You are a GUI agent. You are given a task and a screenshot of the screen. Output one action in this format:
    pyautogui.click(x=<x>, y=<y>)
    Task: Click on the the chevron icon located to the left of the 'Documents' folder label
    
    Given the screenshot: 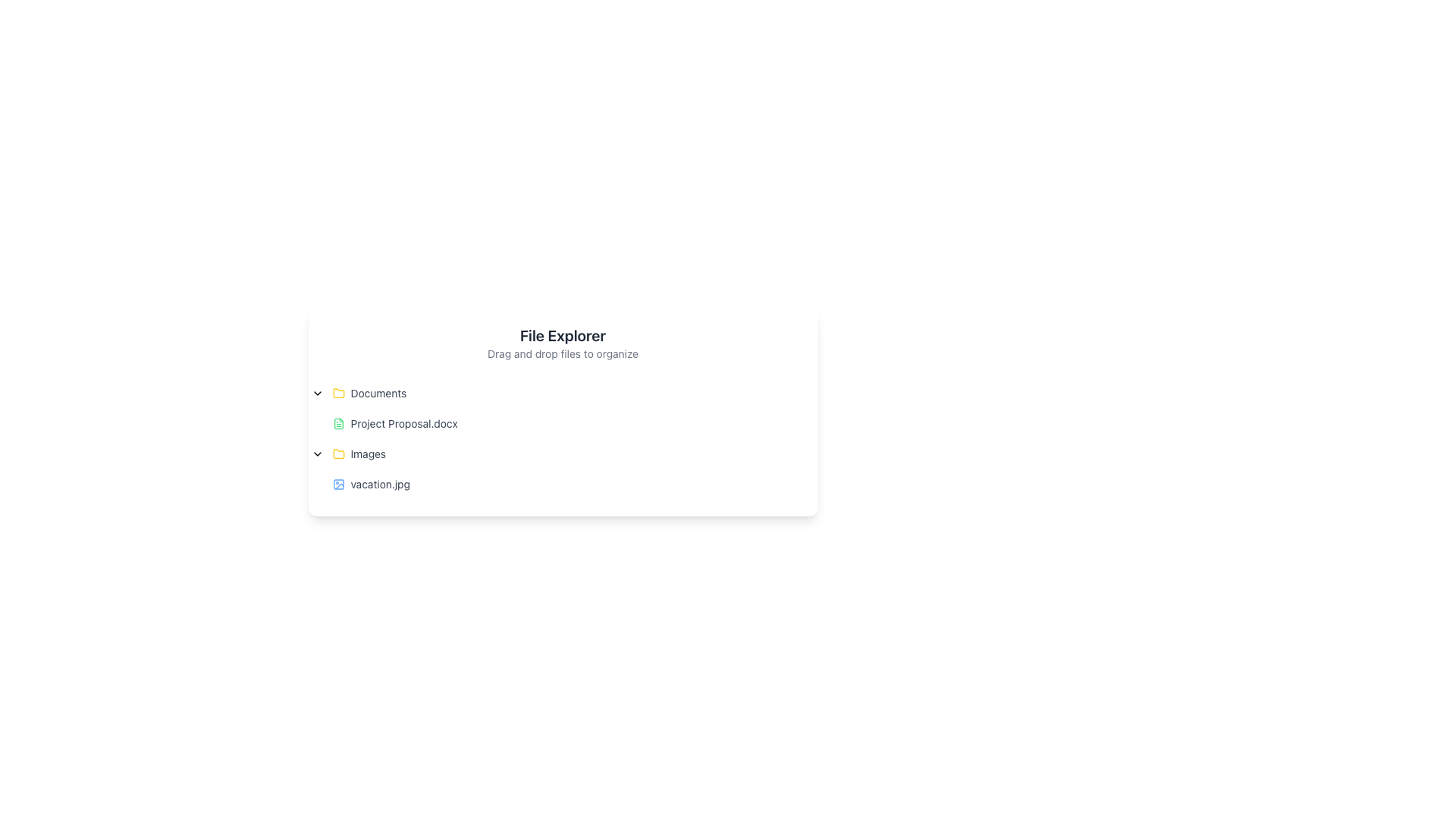 What is the action you would take?
    pyautogui.click(x=316, y=393)
    